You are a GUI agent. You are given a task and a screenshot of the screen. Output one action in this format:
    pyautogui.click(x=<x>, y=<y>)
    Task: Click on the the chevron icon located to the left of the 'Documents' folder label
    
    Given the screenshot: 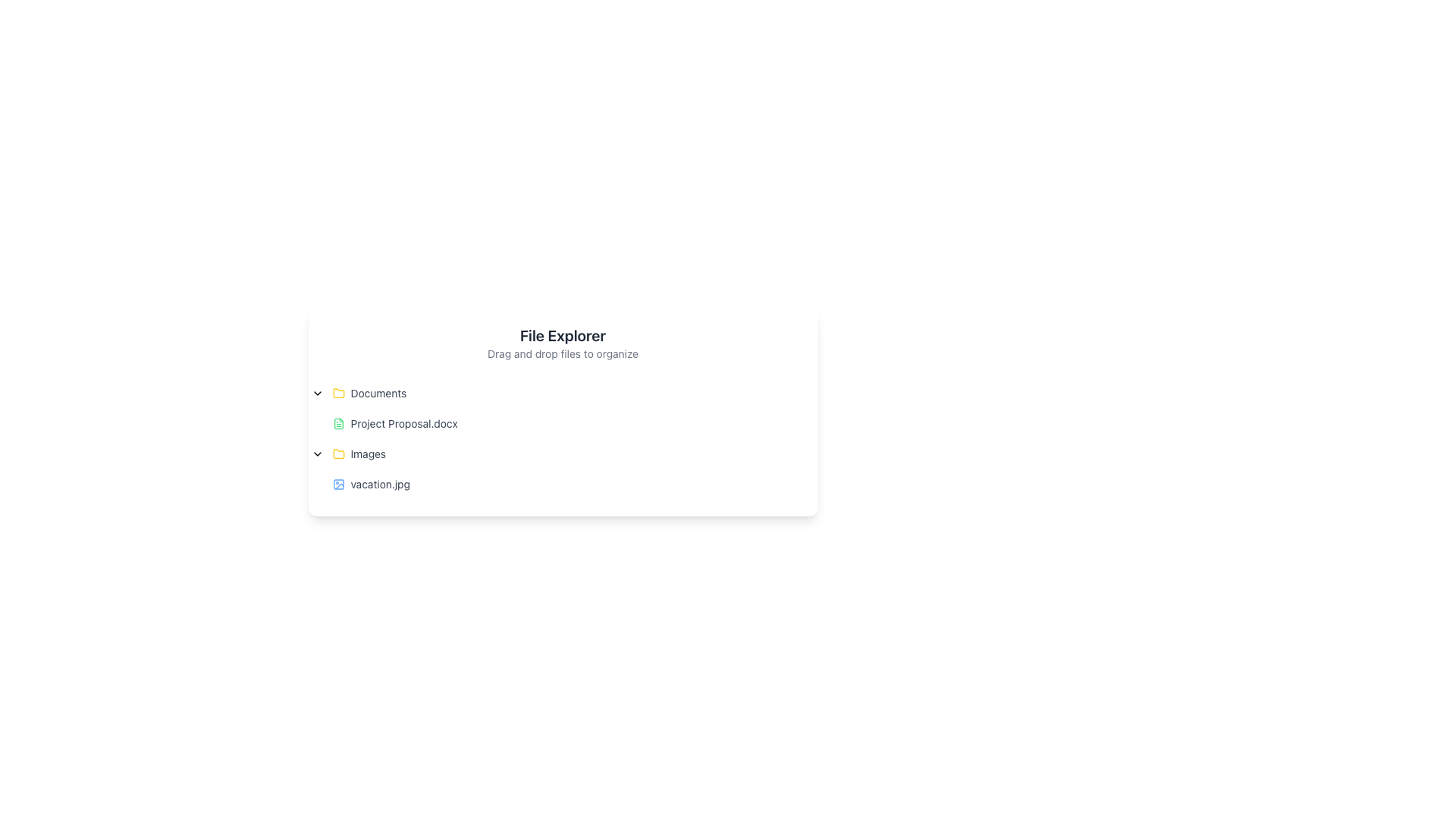 What is the action you would take?
    pyautogui.click(x=316, y=393)
    